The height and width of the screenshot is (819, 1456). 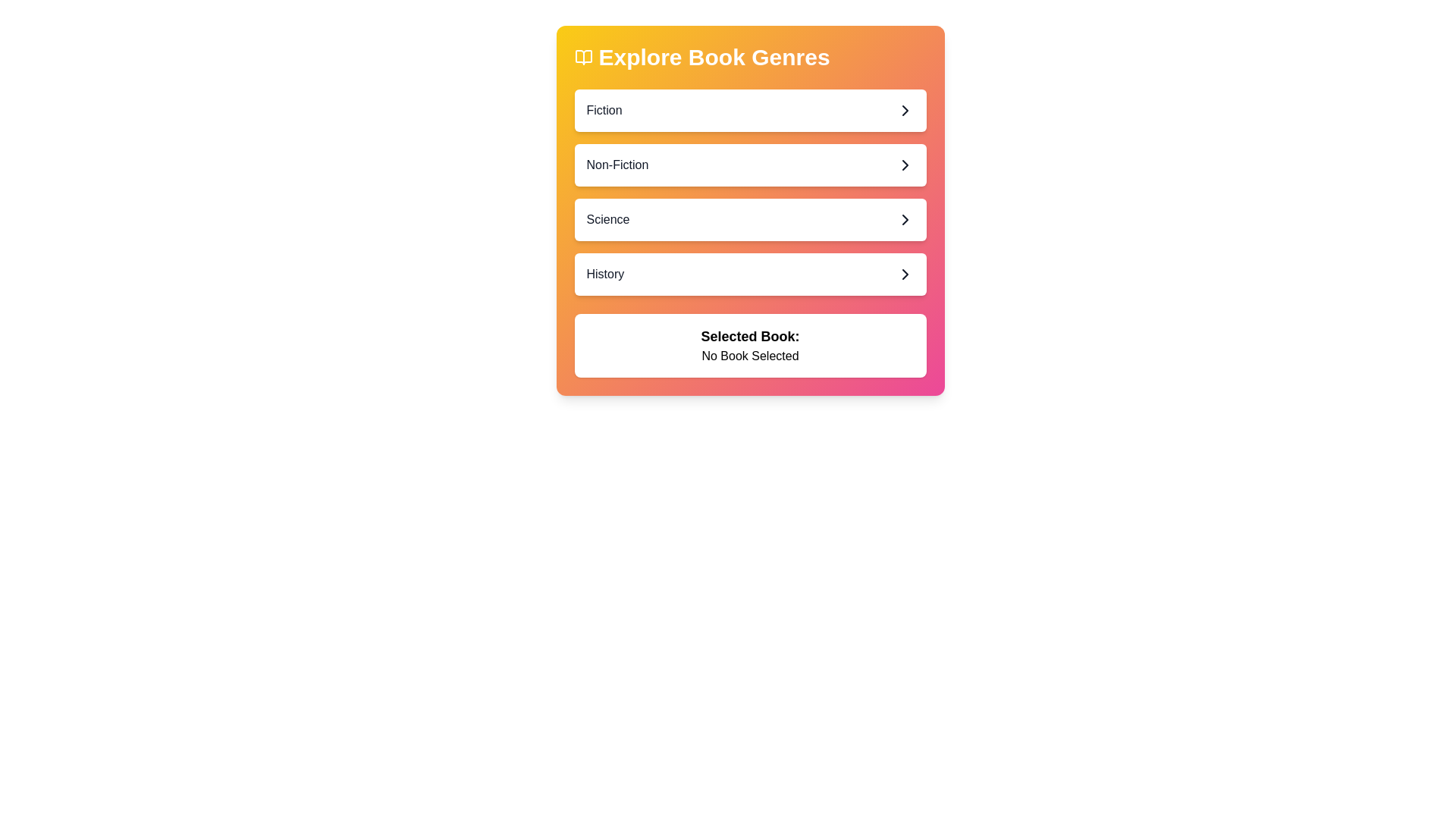 I want to click on the 'Science' label, which is the third item in the vertical list of book genres under the 'Explore Book Genres' section, located on a white rectangular button with rounded corners, so click(x=607, y=219).